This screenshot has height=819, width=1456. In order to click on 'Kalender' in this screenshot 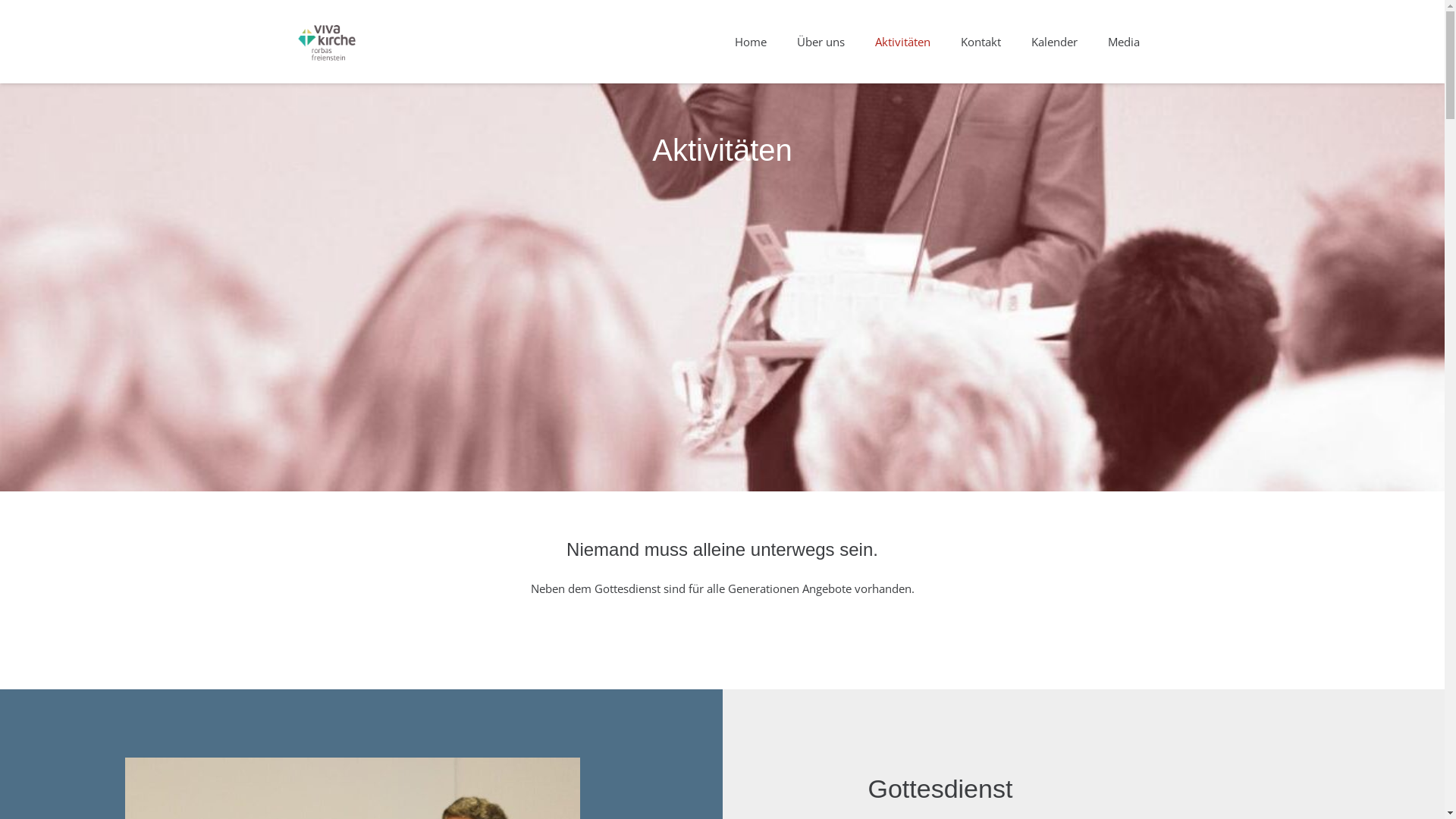, I will do `click(1053, 40)`.